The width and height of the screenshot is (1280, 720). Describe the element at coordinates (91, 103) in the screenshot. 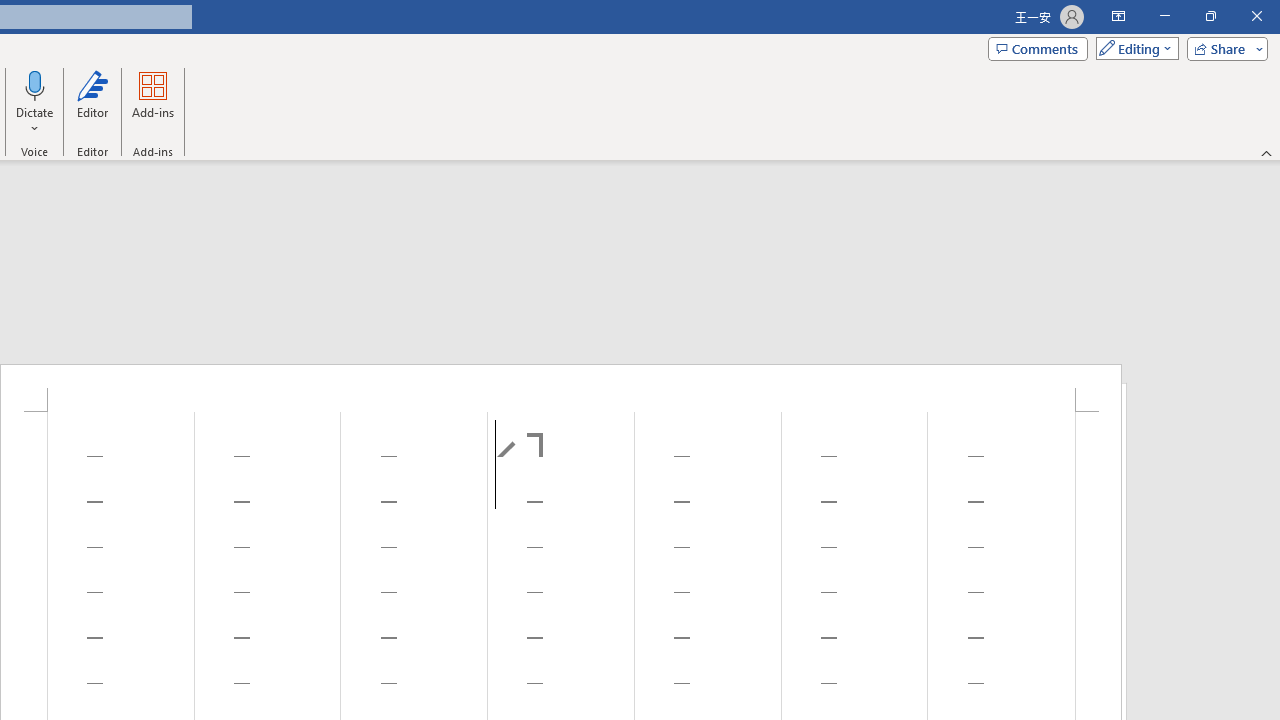

I see `'Editor'` at that location.